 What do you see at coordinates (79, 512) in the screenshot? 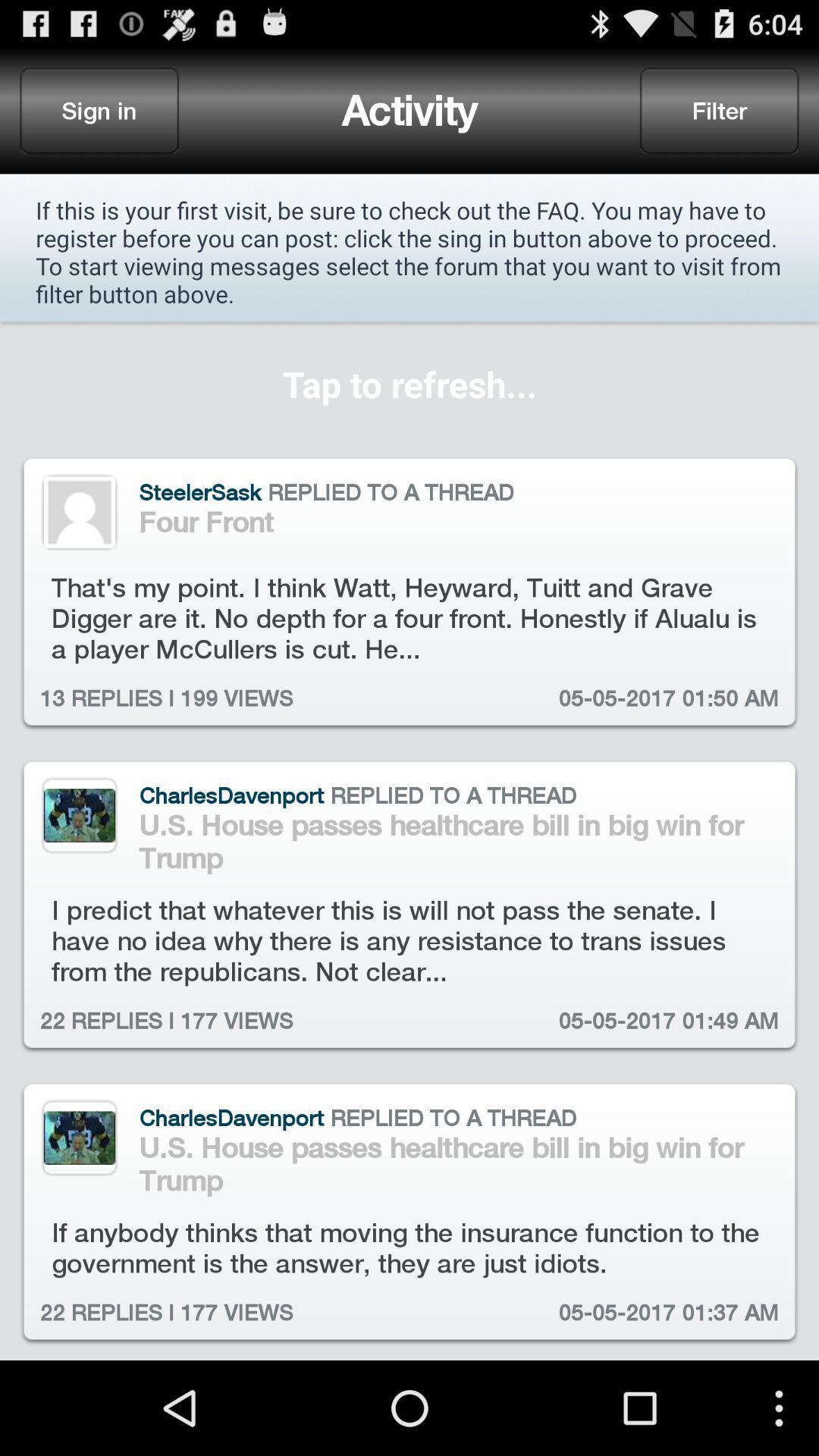
I see `profile icon` at bounding box center [79, 512].